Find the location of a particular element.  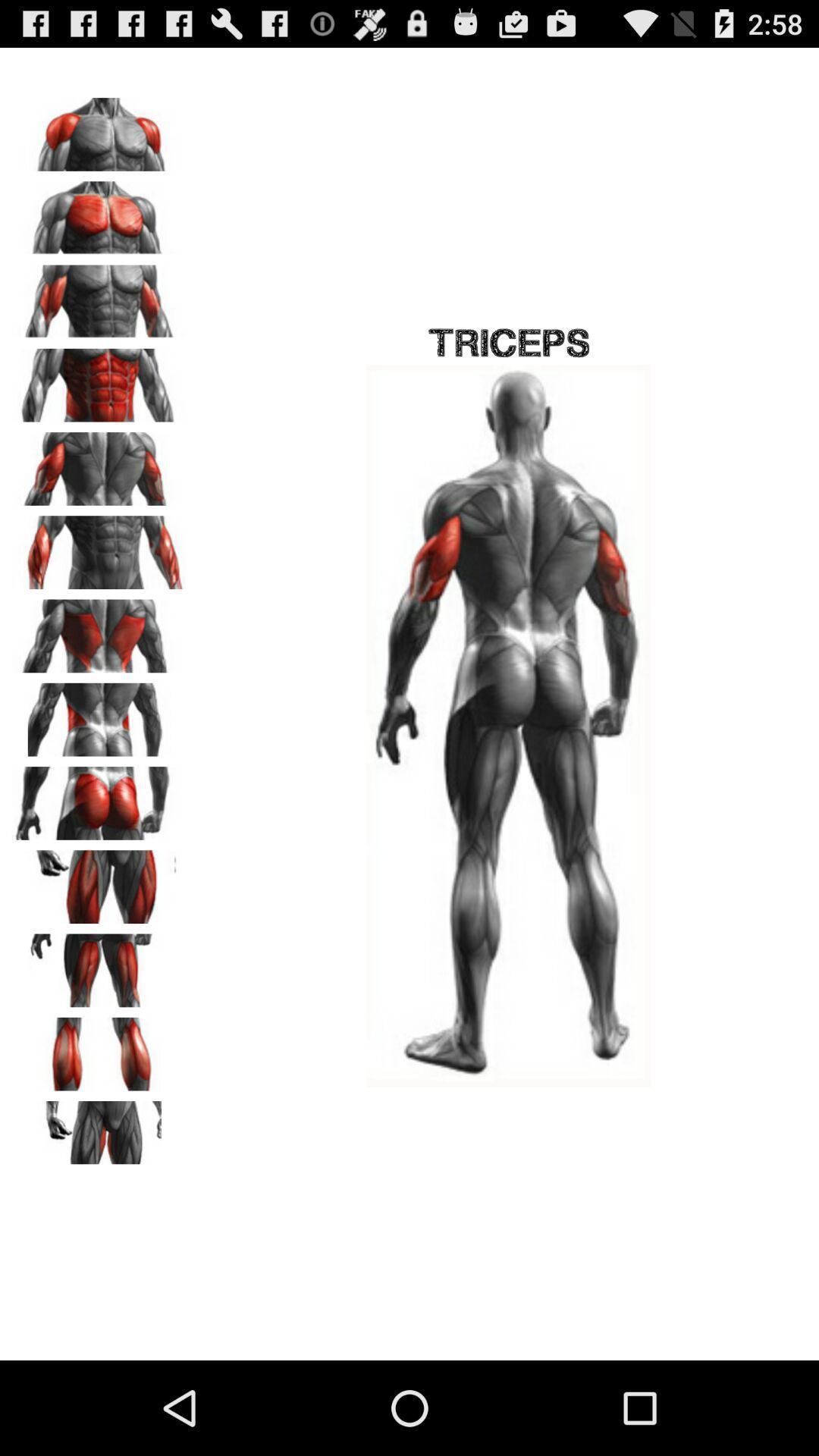

change photo is located at coordinates (99, 881).